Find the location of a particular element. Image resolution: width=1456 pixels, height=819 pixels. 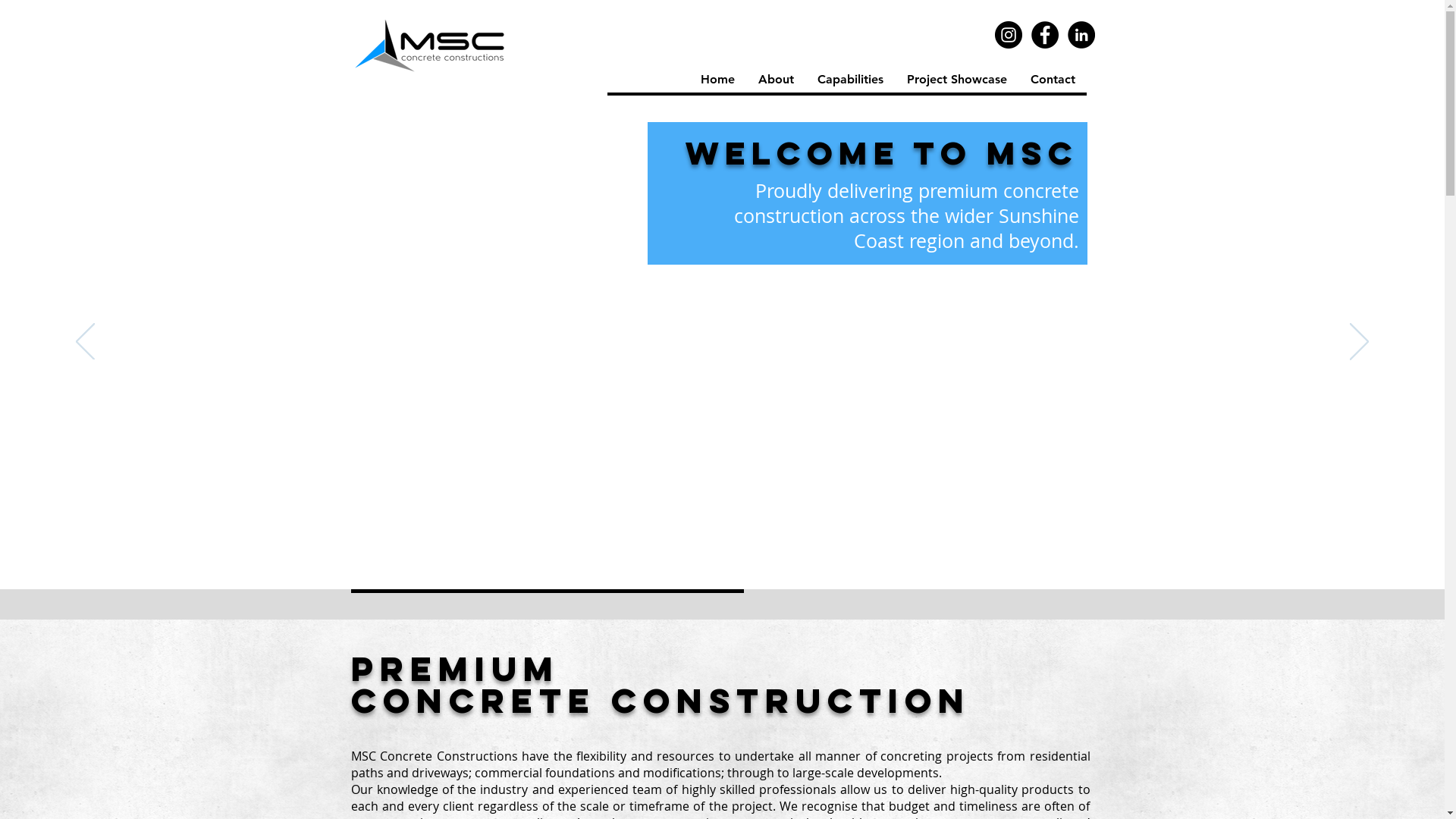

'Capabilities' is located at coordinates (804, 79).